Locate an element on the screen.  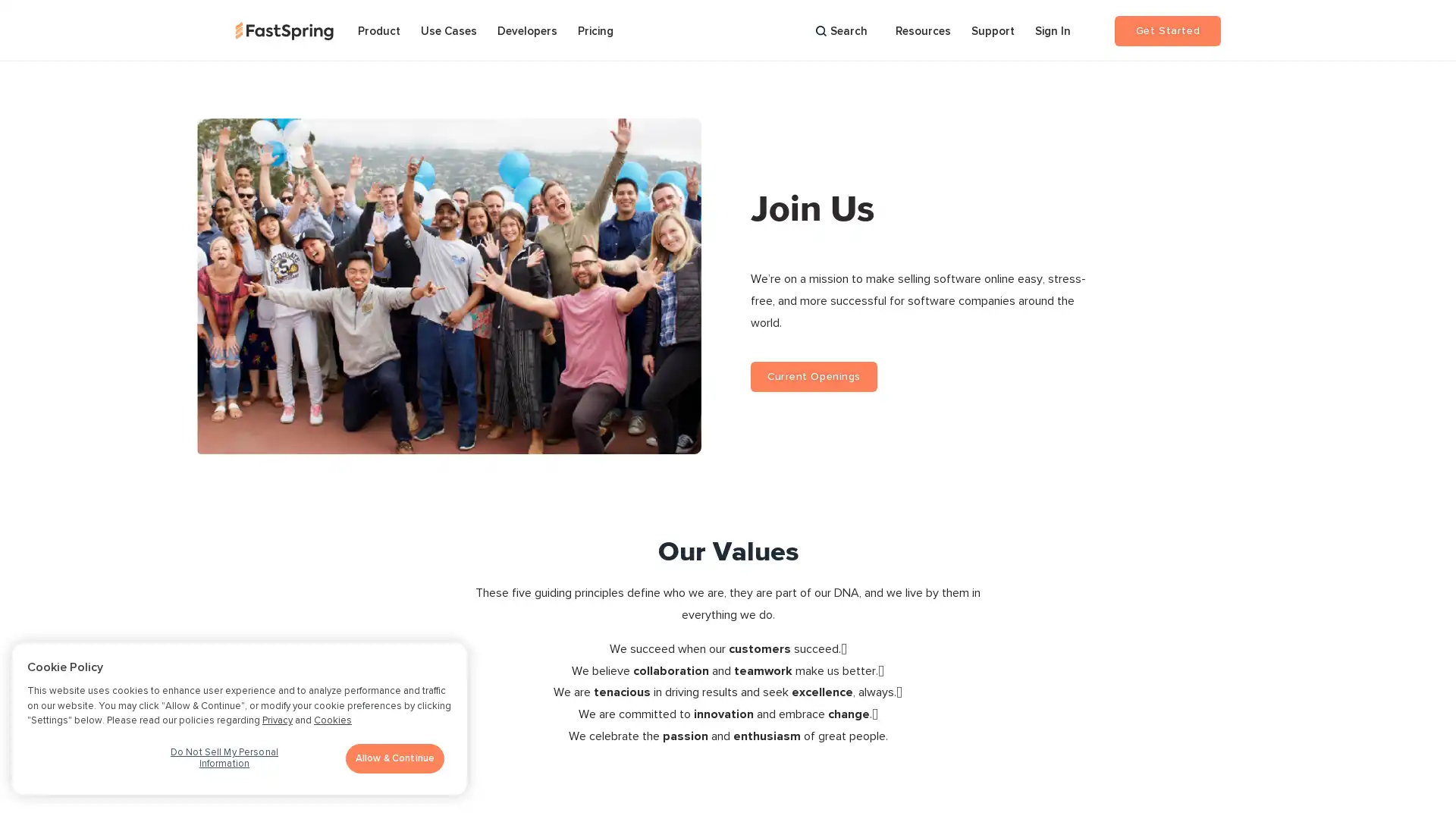
Do Not Sell My Personal Information is located at coordinates (223, 763).